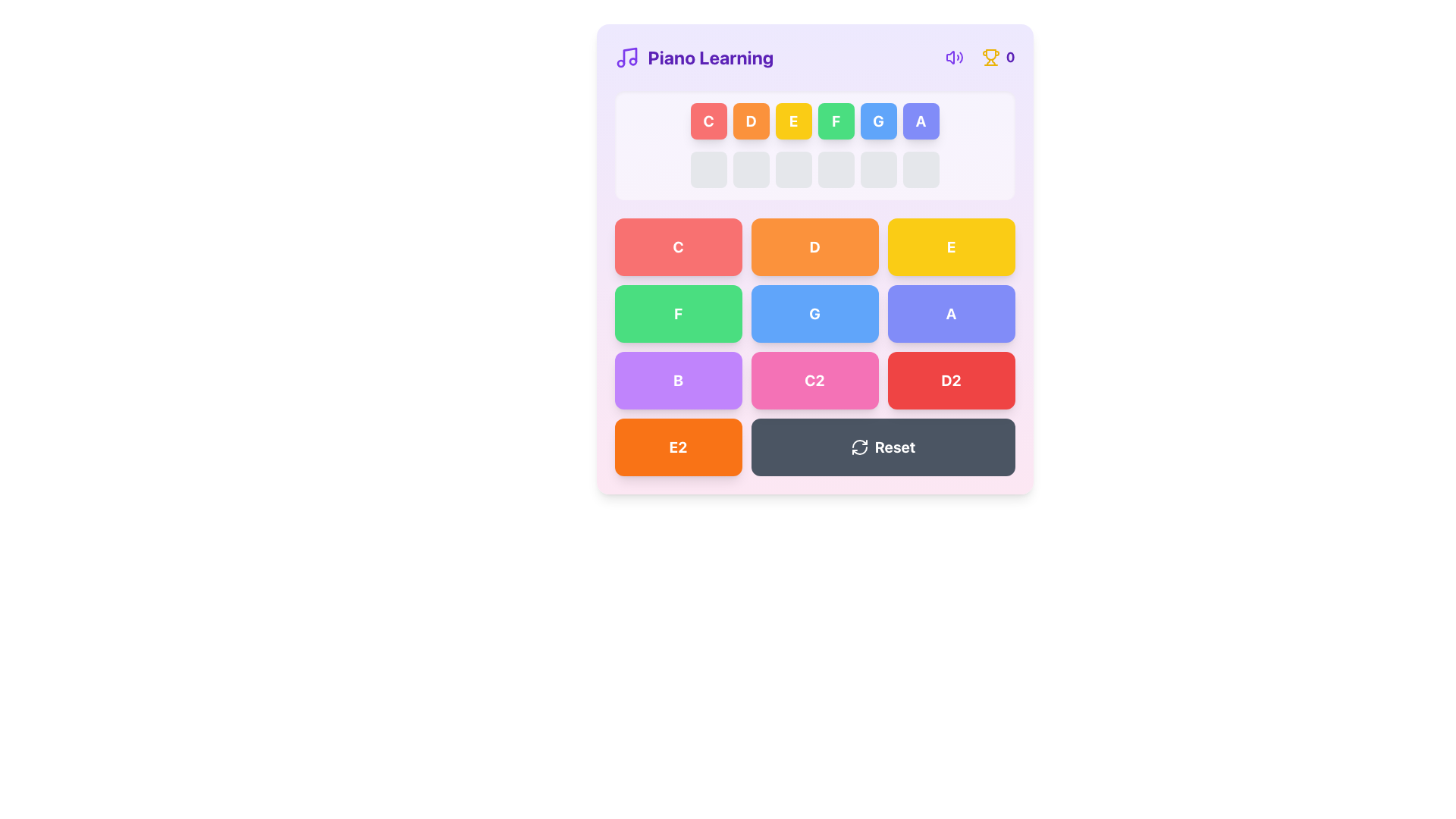 The height and width of the screenshot is (819, 1456). Describe the element at coordinates (990, 57) in the screenshot. I see `the trophy icon, which is a gold-colored icon located at the top-right corner of the interface, adjacent to a purple text displaying '0'` at that location.